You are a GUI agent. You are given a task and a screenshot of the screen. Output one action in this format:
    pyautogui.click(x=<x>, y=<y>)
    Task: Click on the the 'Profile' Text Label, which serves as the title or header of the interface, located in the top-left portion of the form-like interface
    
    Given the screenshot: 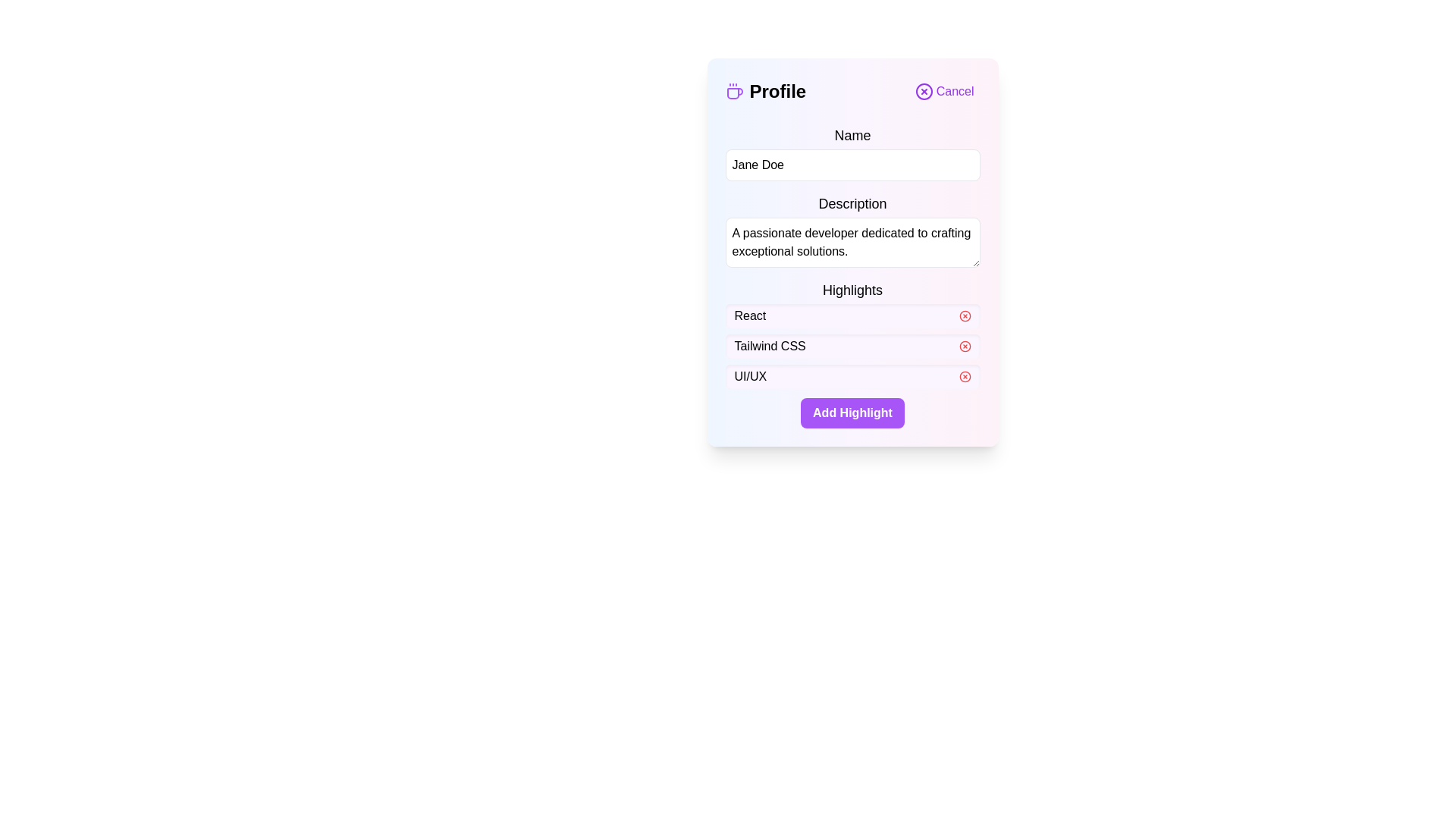 What is the action you would take?
    pyautogui.click(x=765, y=91)
    